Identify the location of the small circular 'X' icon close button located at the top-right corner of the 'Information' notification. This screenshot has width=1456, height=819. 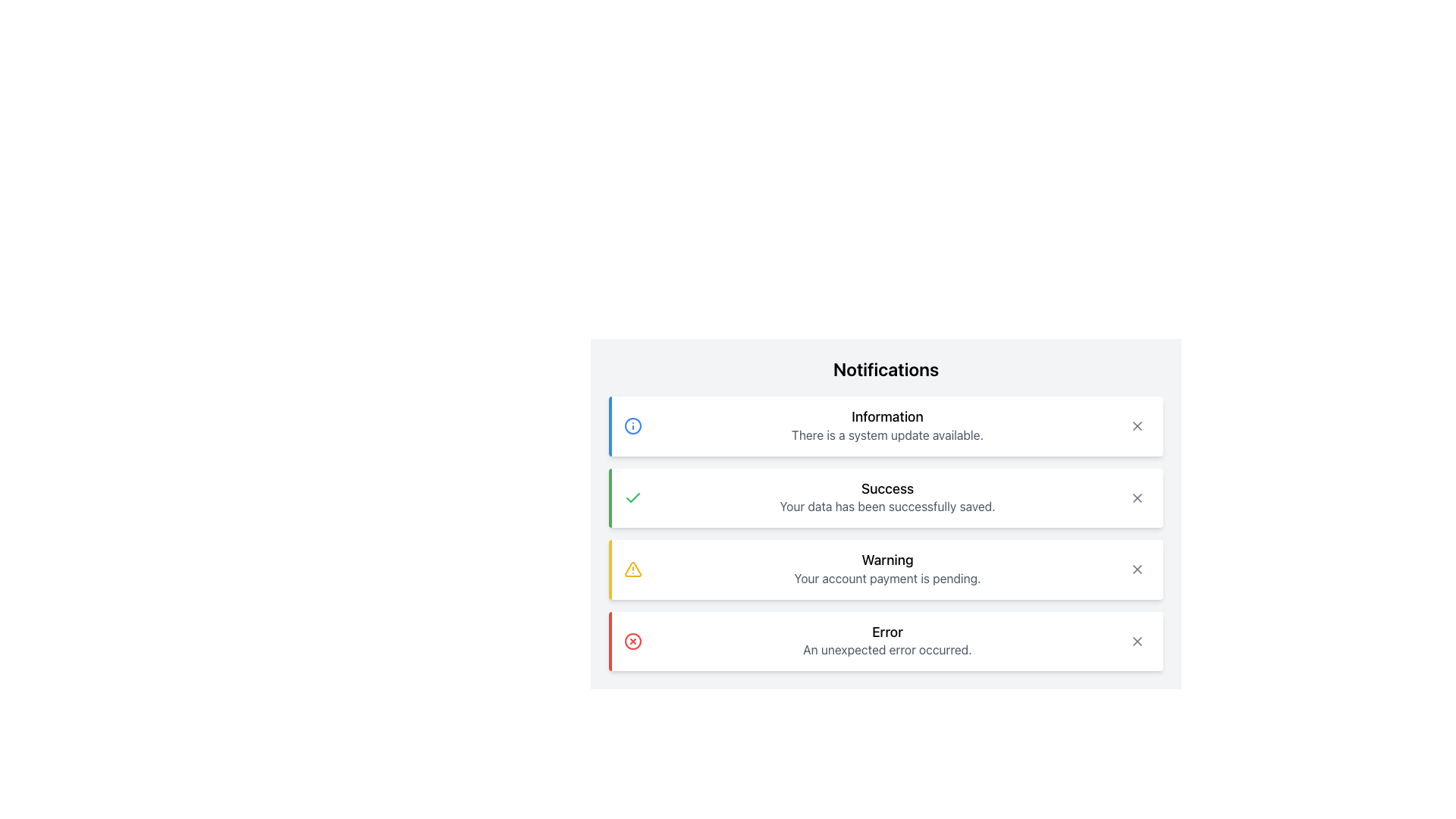
(1137, 426).